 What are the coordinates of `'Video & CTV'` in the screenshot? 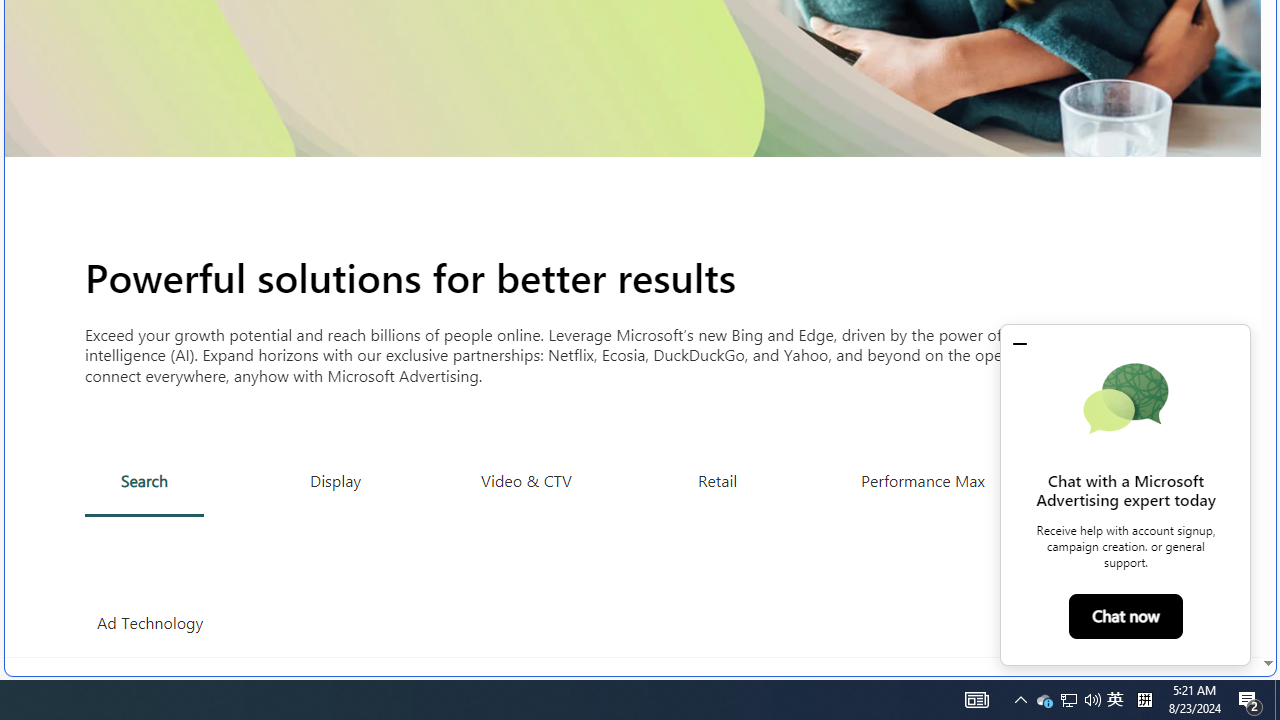 It's located at (526, 480).